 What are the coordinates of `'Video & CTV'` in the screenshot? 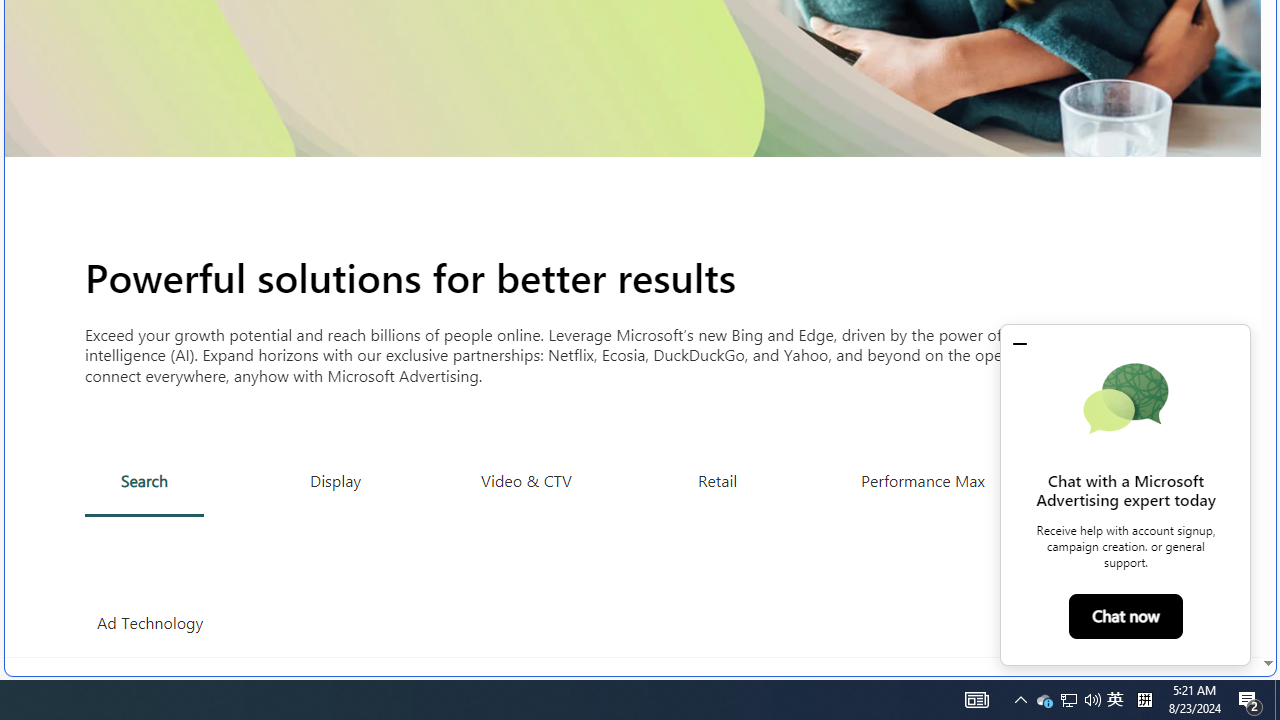 It's located at (526, 480).